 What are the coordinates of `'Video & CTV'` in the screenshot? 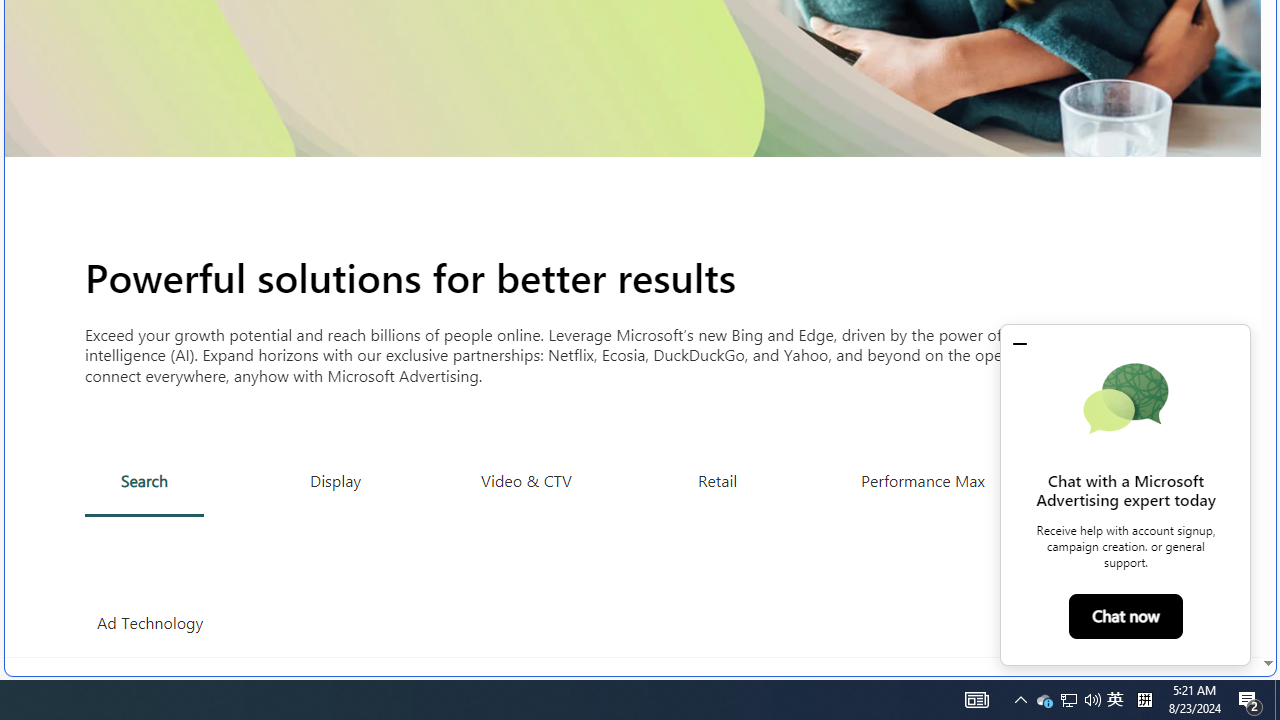 It's located at (526, 480).